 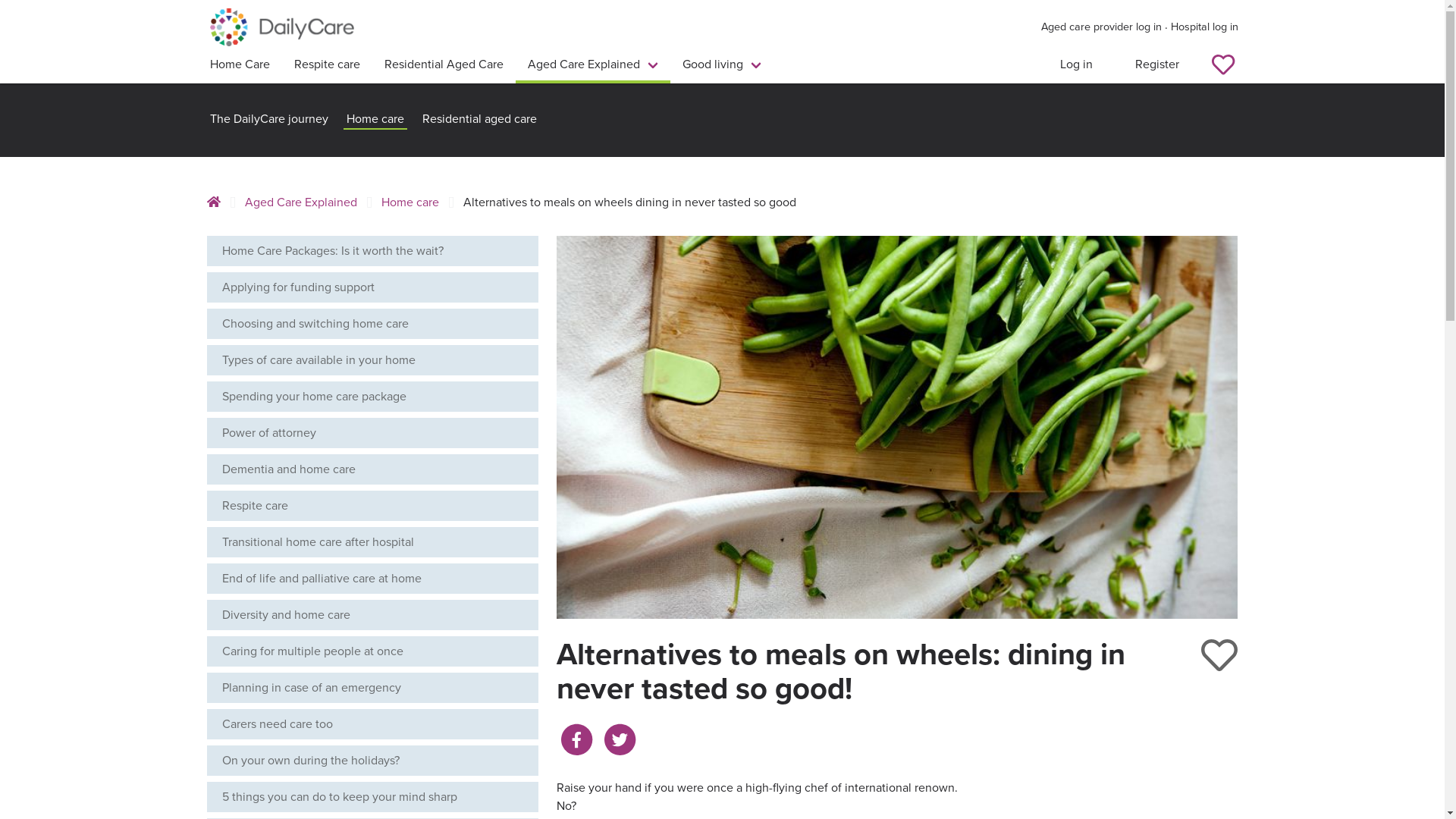 I want to click on 'Good living', so click(x=720, y=65).